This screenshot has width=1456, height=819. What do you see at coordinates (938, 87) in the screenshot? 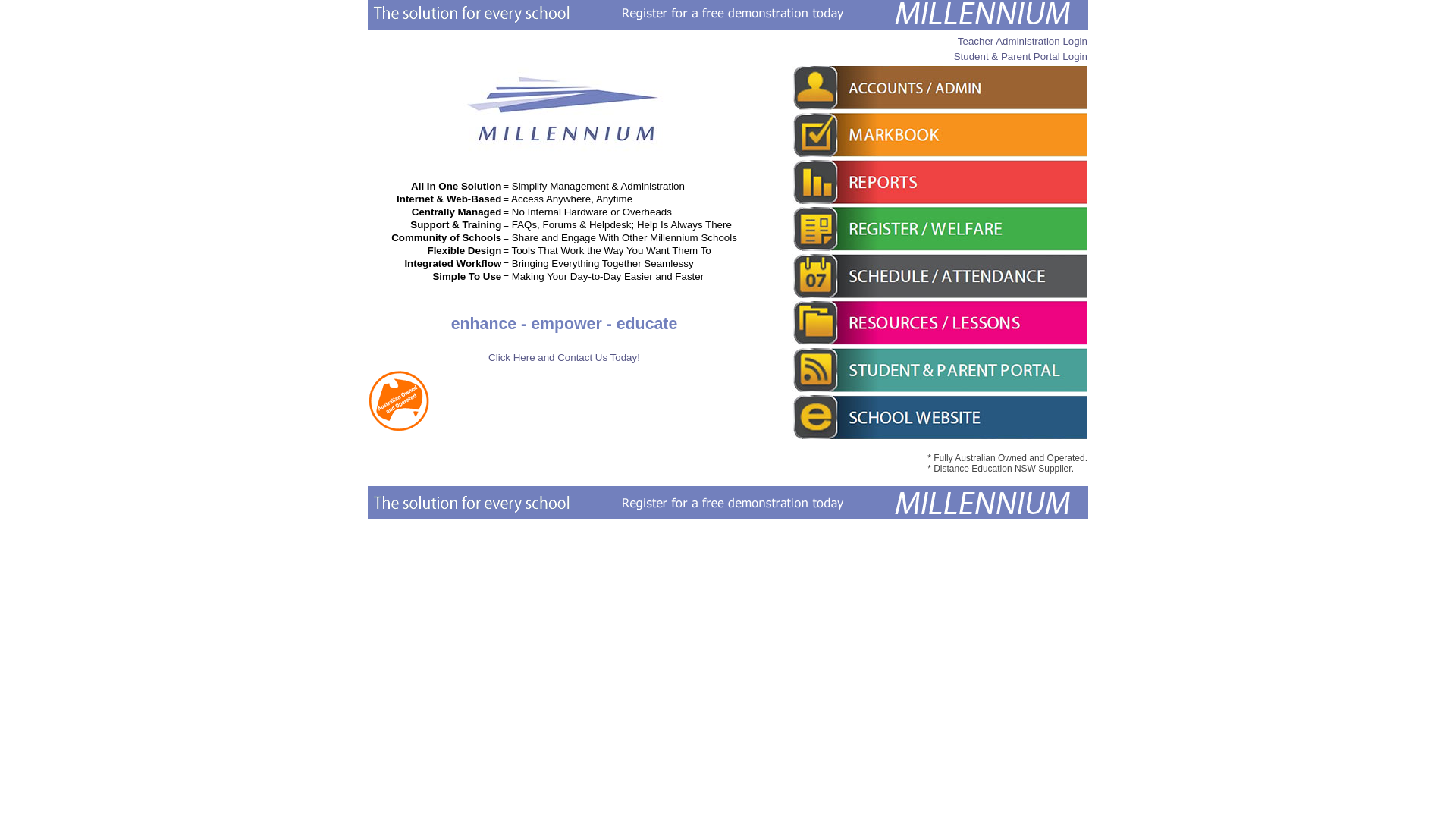
I see `'Accounts & Users'` at bounding box center [938, 87].